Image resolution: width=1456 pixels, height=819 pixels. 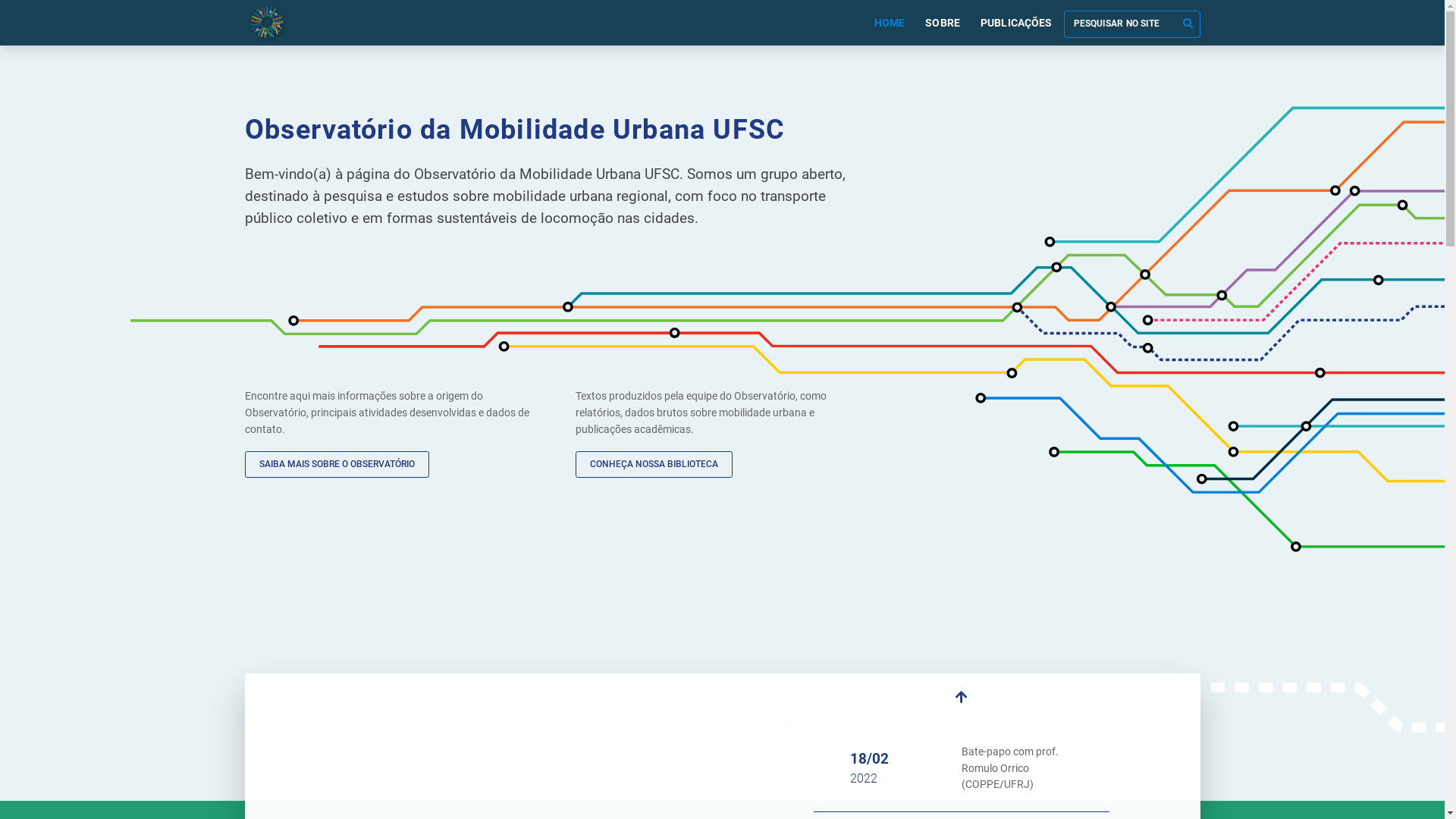 I want to click on 'HOME', so click(x=889, y=23).